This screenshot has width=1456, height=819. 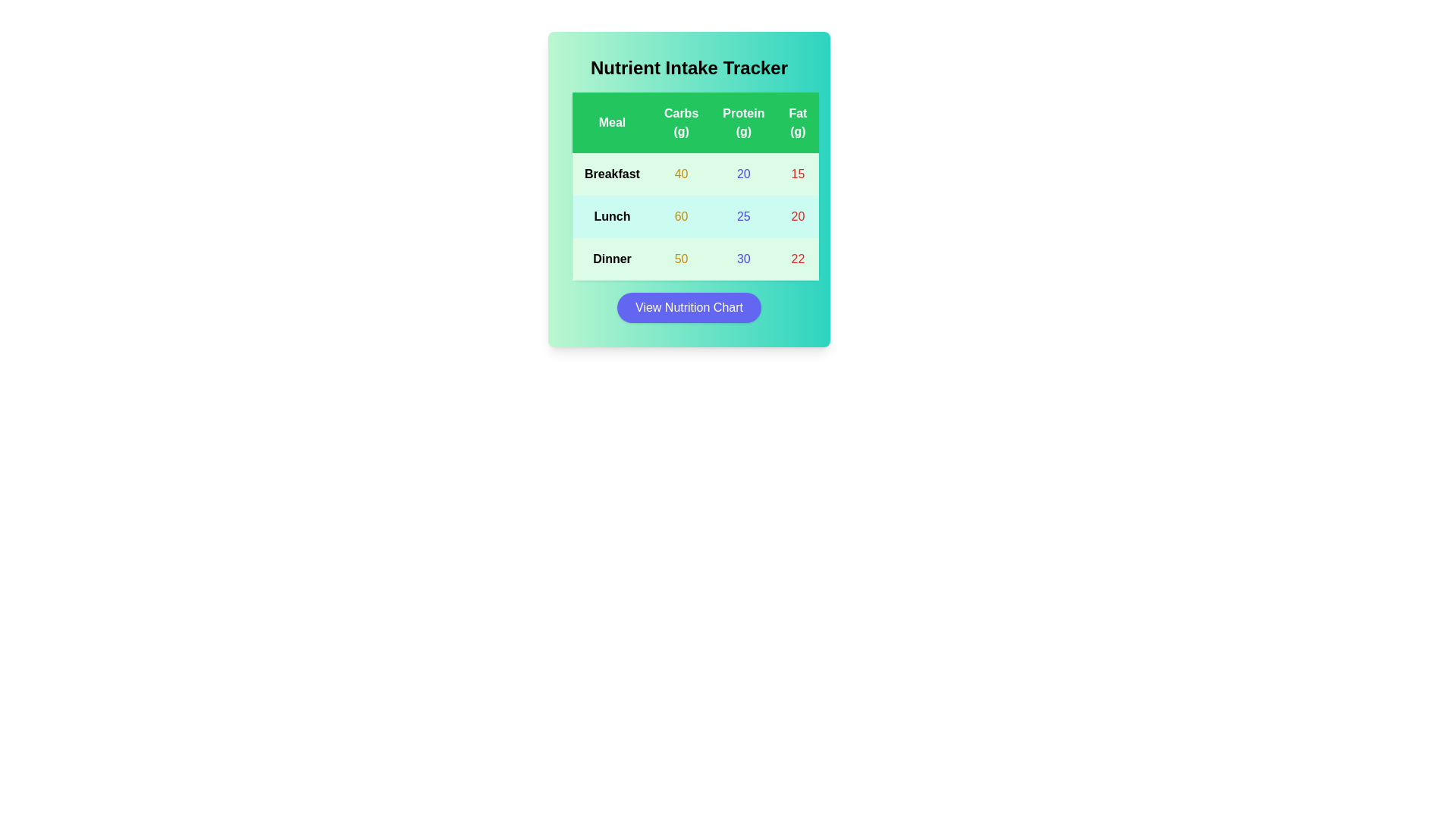 I want to click on the text of a specific row in the table by selecting Lunch, so click(x=612, y=216).